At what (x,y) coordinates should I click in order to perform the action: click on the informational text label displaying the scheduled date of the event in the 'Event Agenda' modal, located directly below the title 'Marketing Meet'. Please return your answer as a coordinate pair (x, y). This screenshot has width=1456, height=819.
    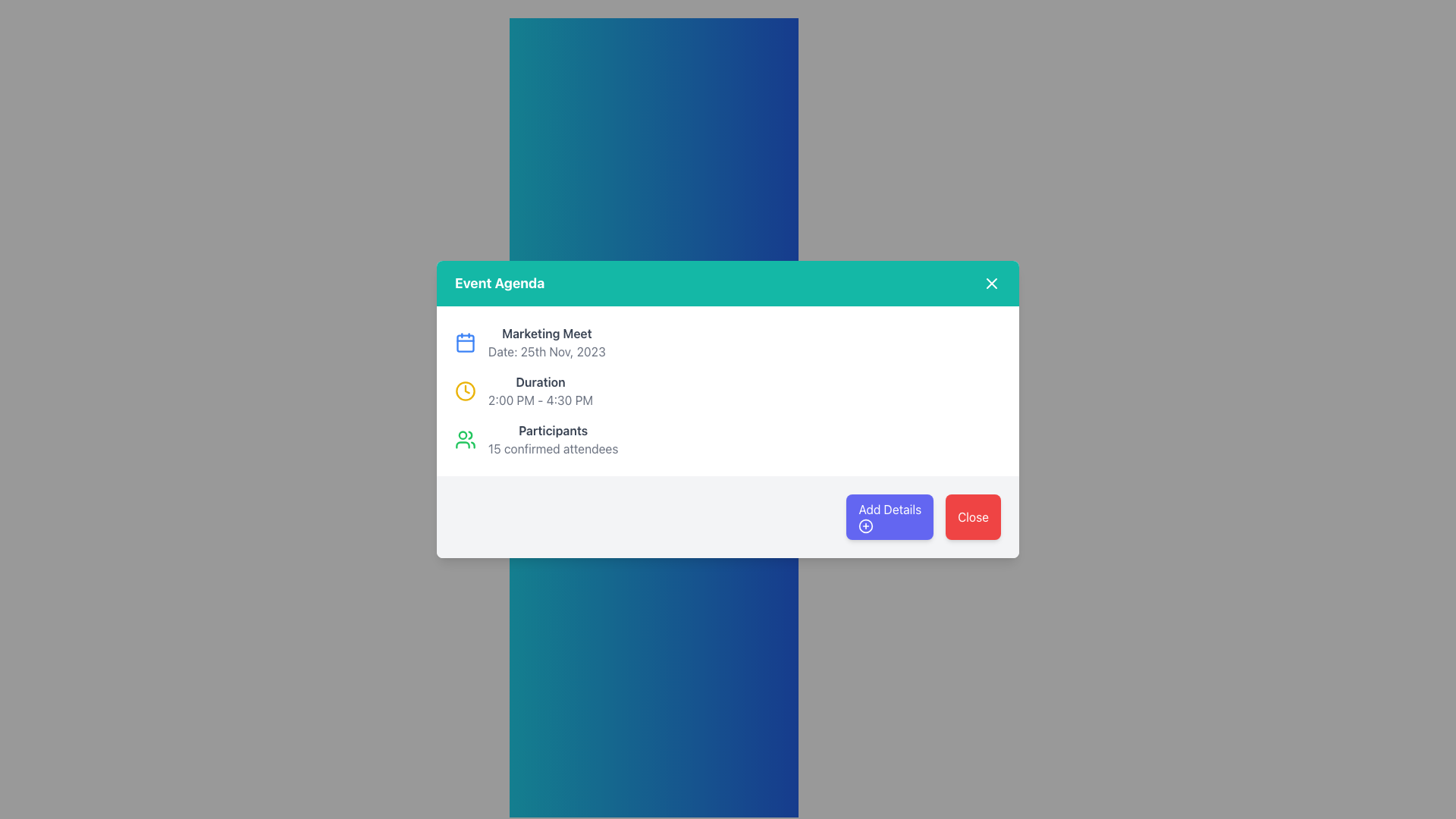
    Looking at the image, I should click on (546, 351).